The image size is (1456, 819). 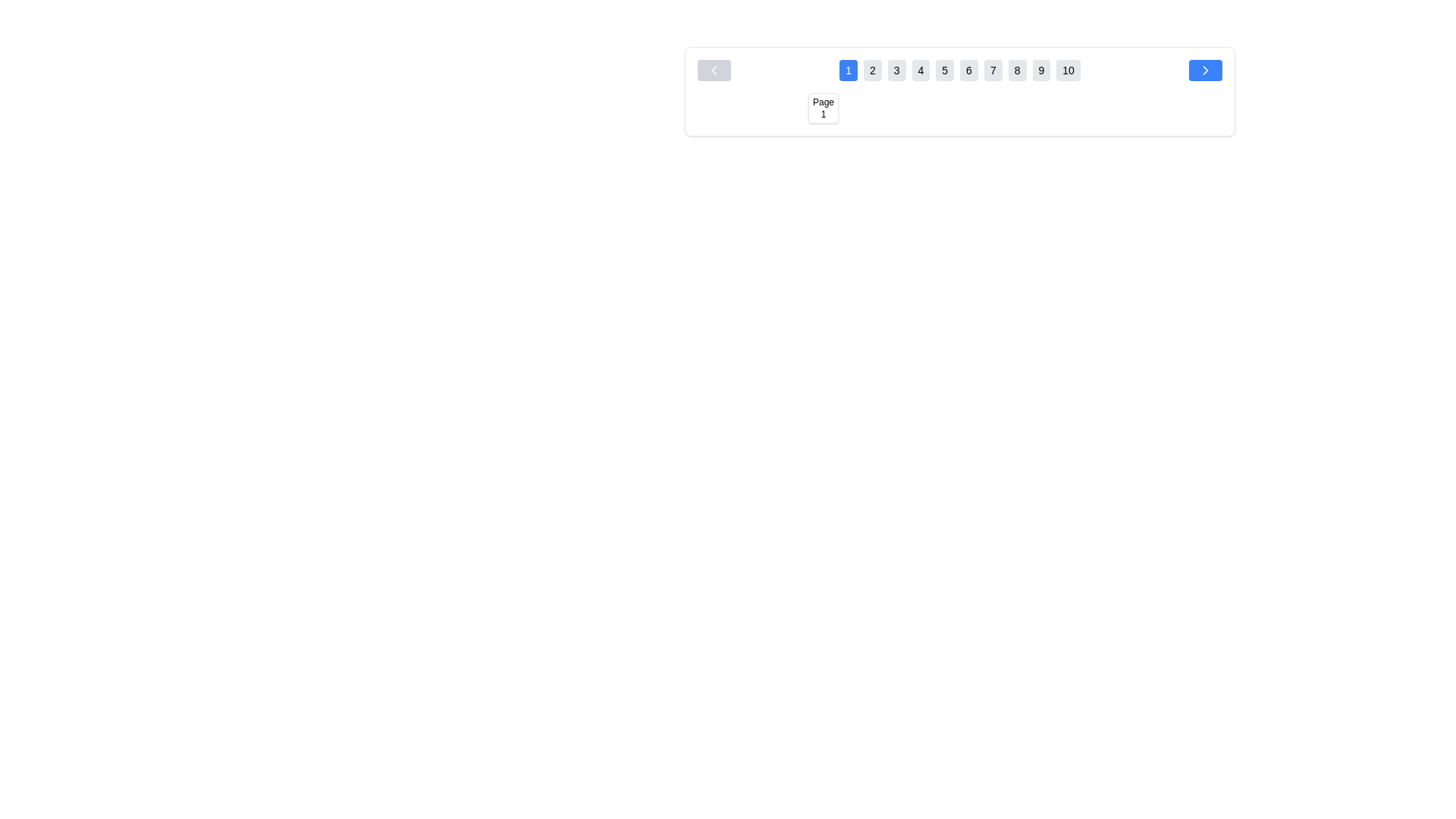 What do you see at coordinates (1068, 70) in the screenshot?
I see `the last page button in the pagination controls` at bounding box center [1068, 70].